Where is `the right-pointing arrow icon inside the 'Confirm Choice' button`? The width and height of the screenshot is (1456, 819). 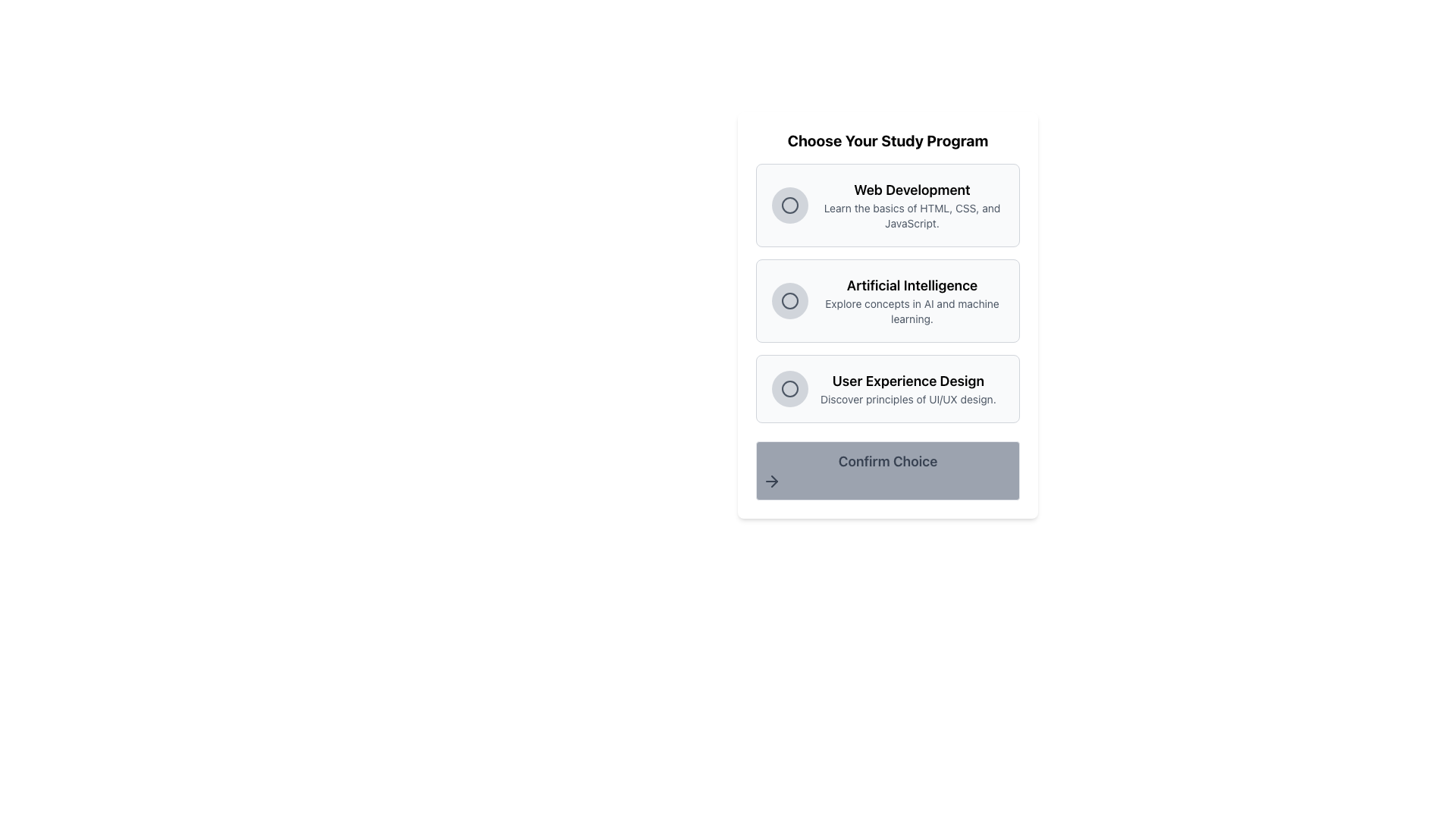 the right-pointing arrow icon inside the 'Confirm Choice' button is located at coordinates (771, 482).